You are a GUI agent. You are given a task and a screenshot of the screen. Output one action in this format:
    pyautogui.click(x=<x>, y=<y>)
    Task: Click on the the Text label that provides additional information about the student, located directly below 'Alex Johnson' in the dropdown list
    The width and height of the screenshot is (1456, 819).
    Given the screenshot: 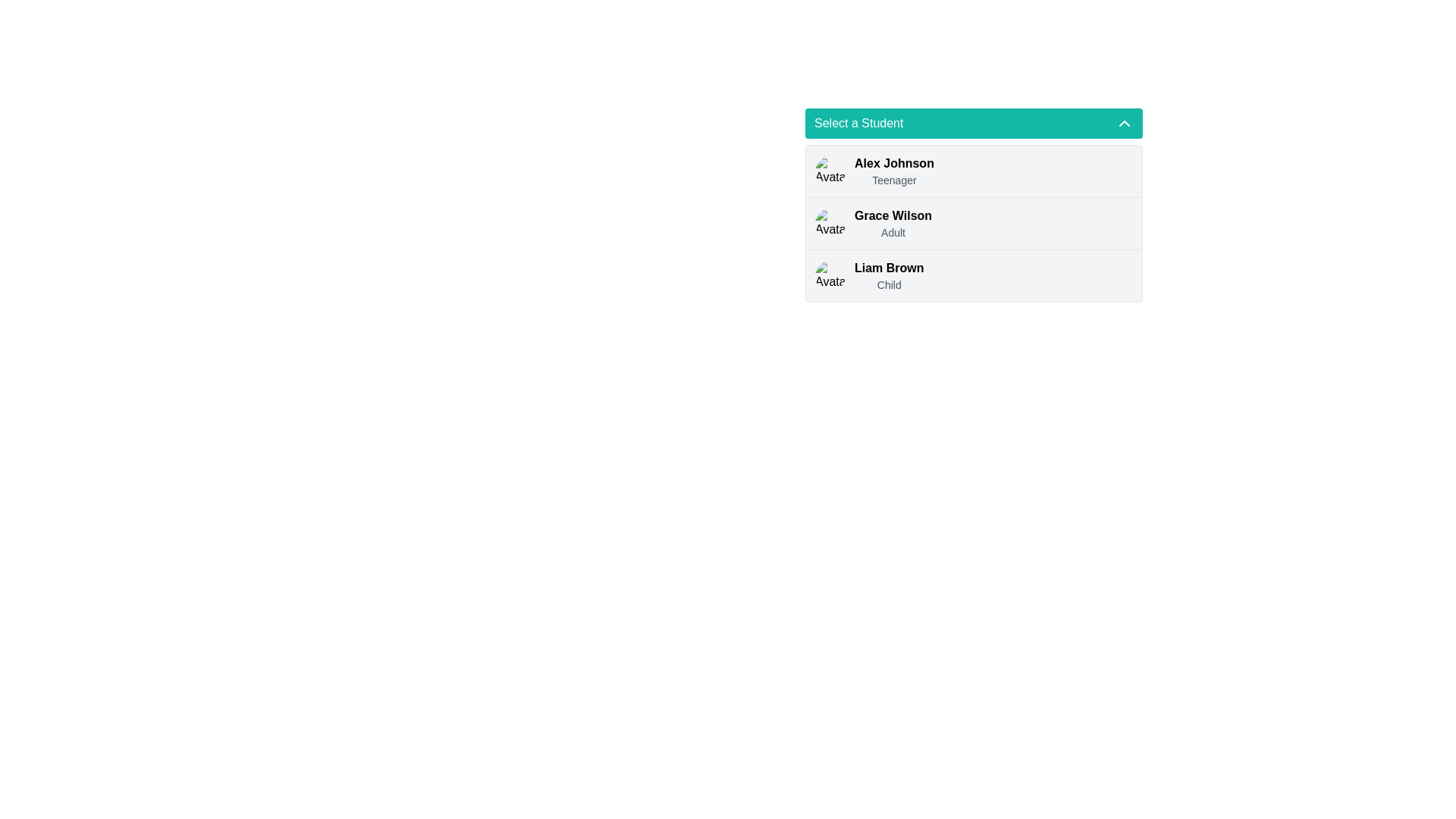 What is the action you would take?
    pyautogui.click(x=894, y=180)
    